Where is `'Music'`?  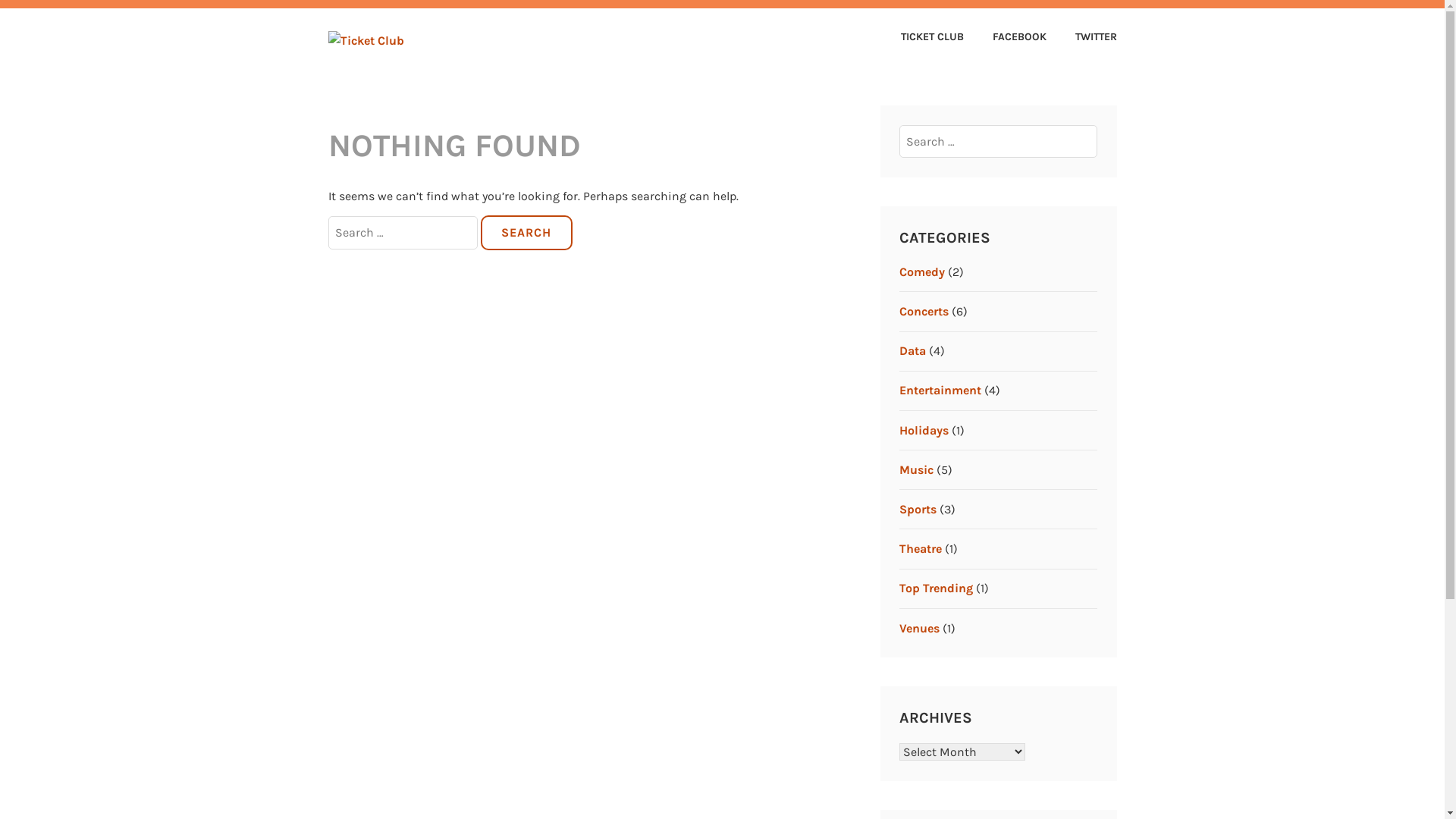 'Music' is located at coordinates (915, 469).